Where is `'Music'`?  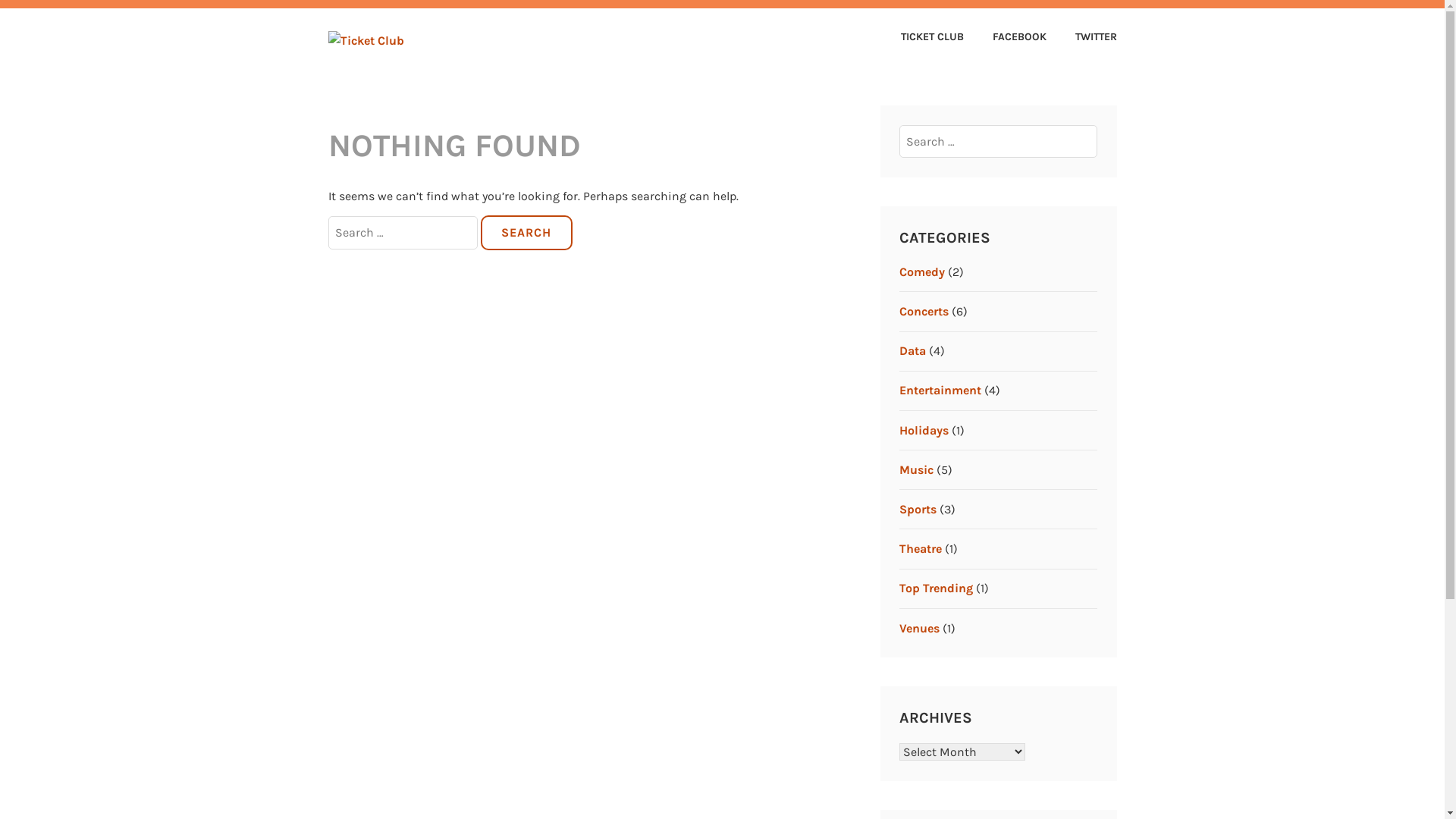 'Music' is located at coordinates (915, 469).